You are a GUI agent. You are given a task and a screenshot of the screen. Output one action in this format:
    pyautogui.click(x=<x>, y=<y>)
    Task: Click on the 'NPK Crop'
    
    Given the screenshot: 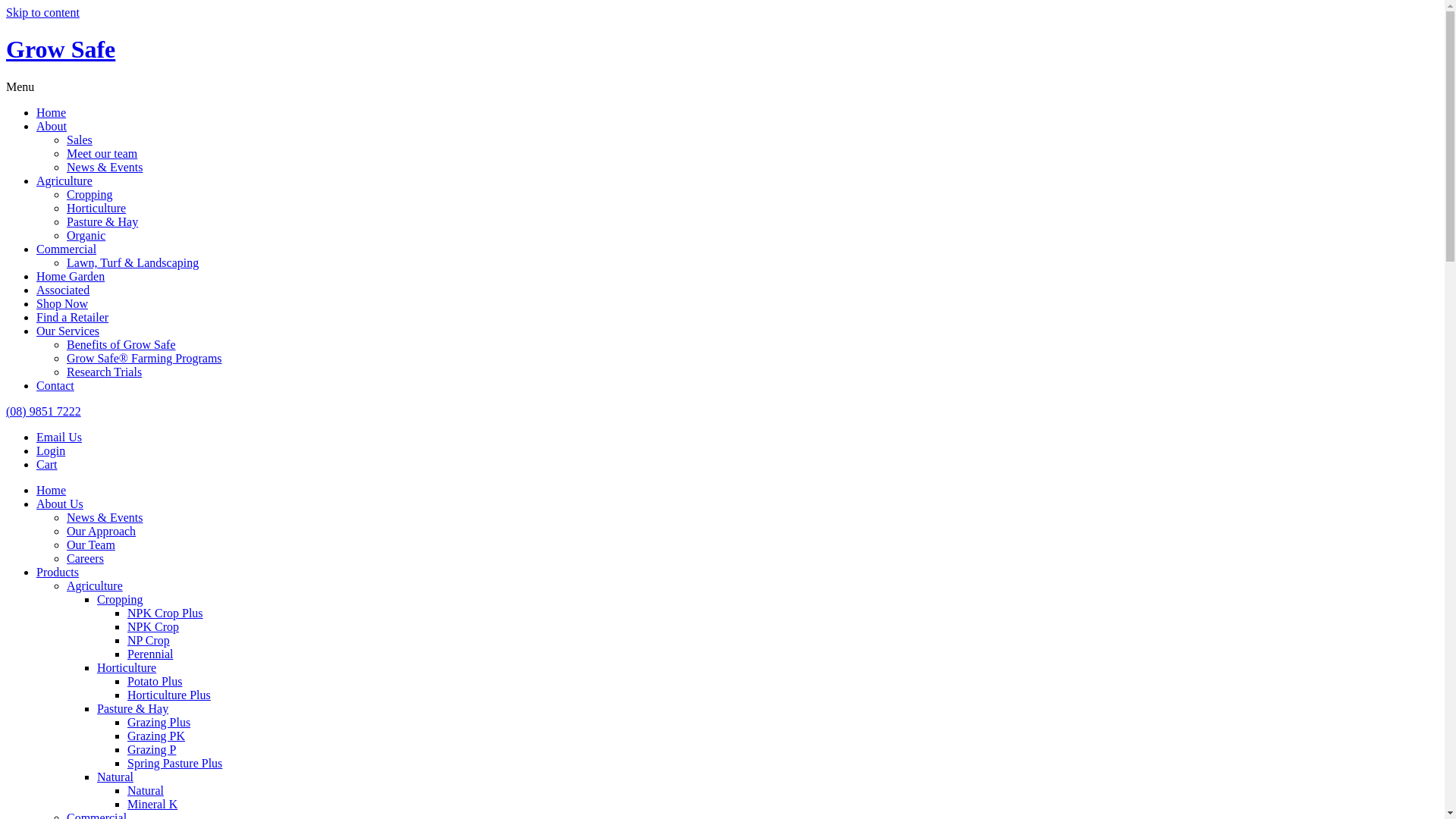 What is the action you would take?
    pyautogui.click(x=127, y=626)
    